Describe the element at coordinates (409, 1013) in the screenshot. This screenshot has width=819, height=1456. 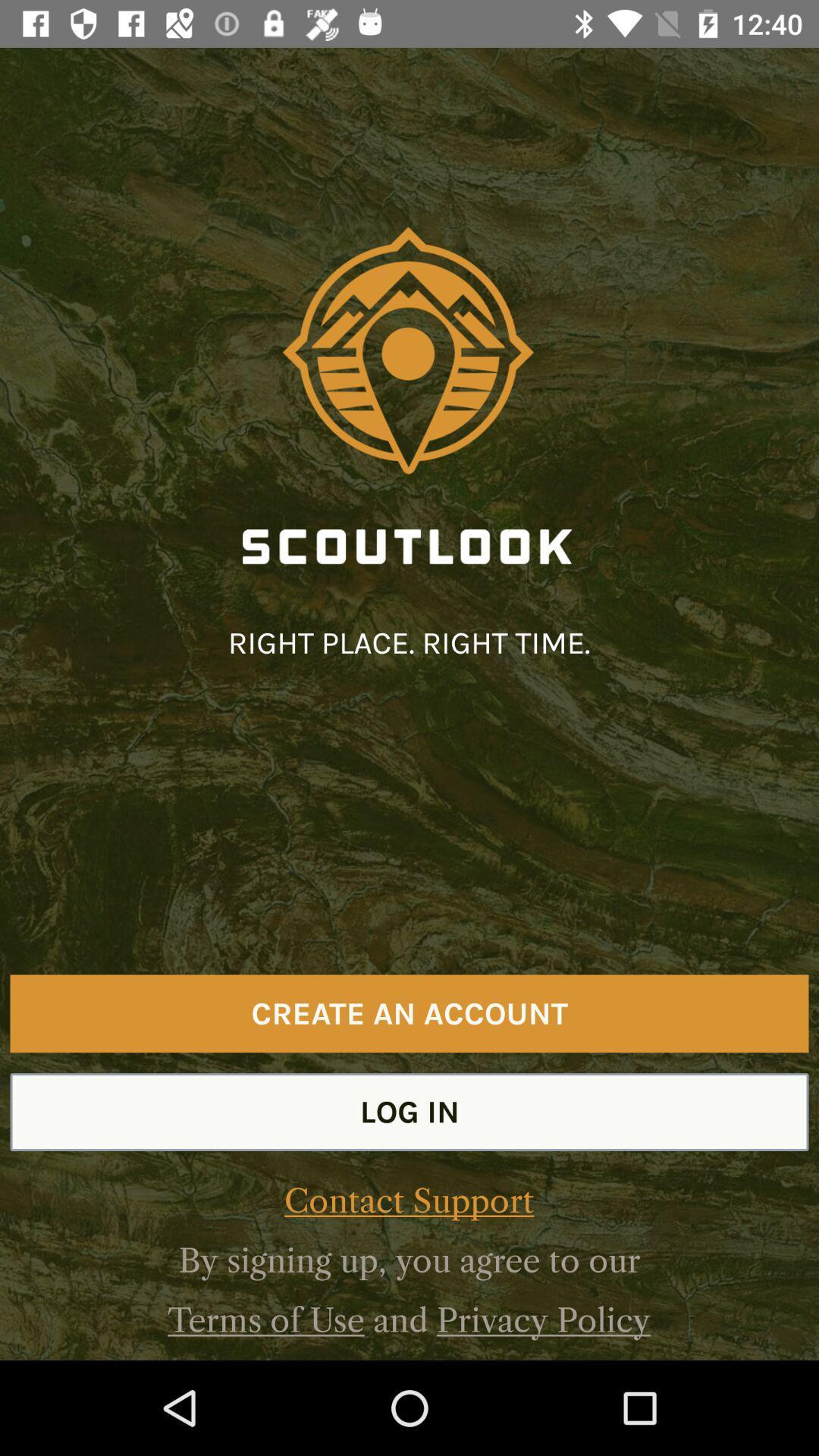
I see `the icon below the right place right` at that location.